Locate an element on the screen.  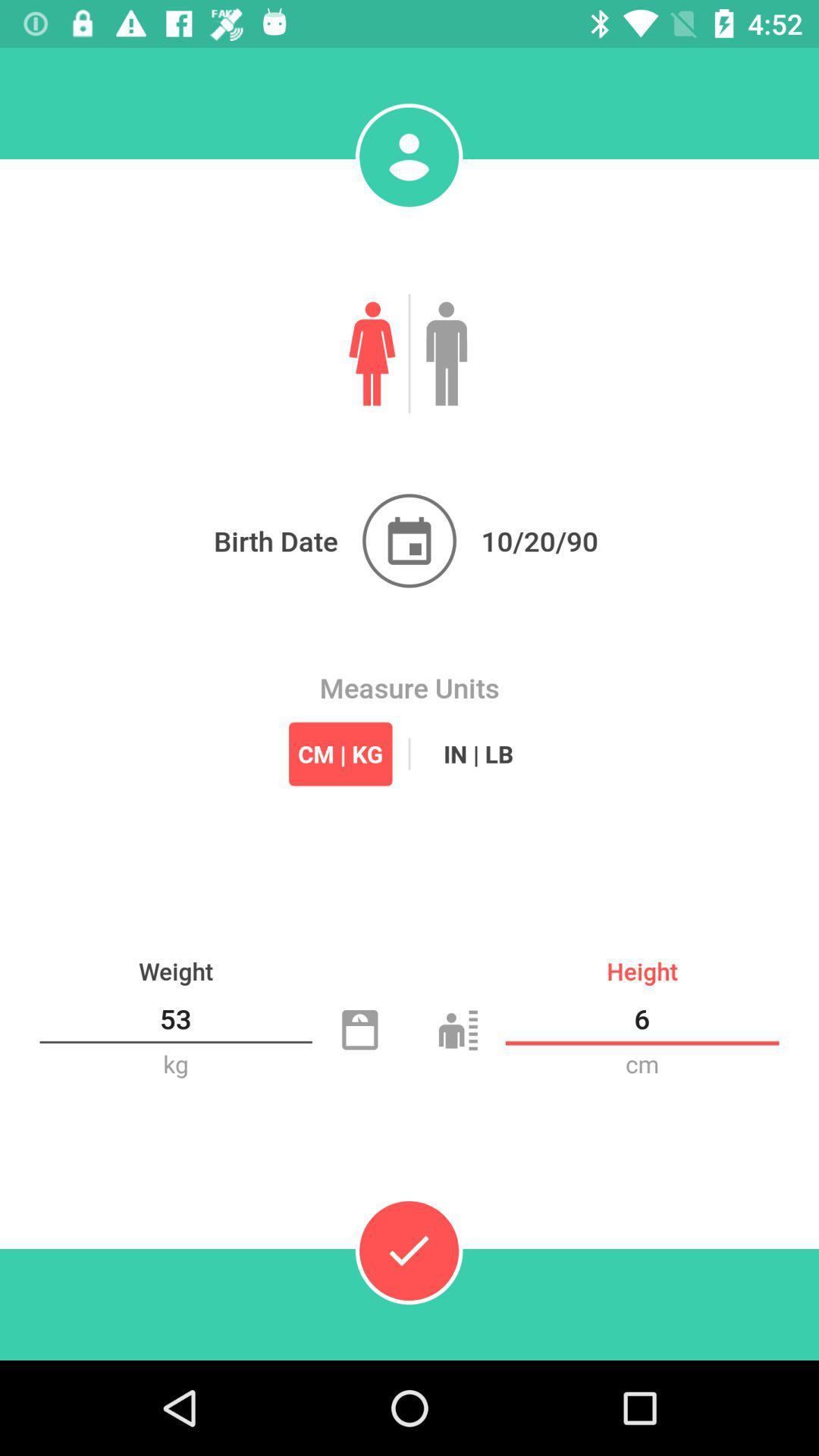
progress is located at coordinates (408, 1250).